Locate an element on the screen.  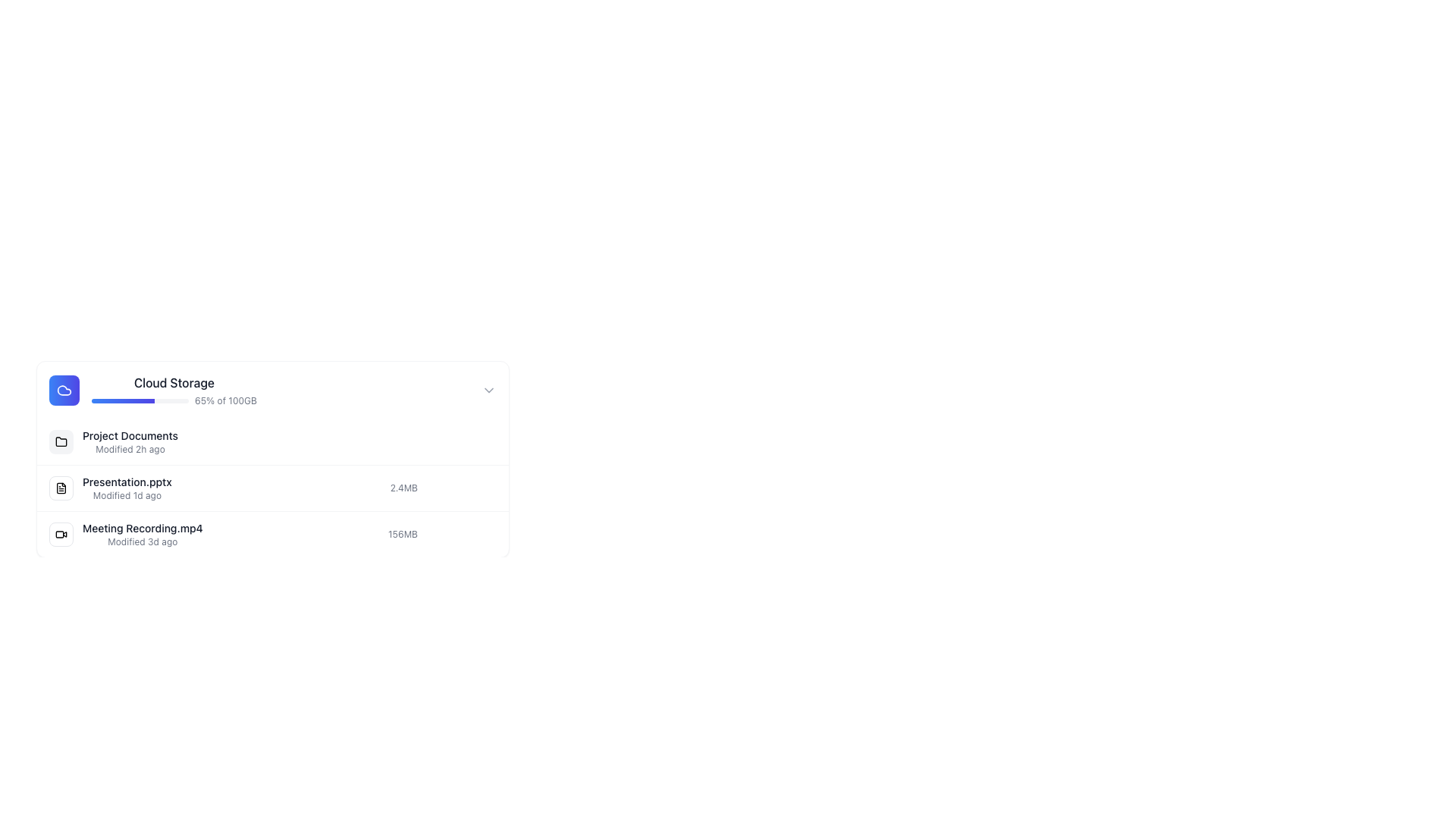
to select the file named 'Meeting Recording.mp4' in the file directory interface, which is the third entry in a vertical list is located at coordinates (143, 534).